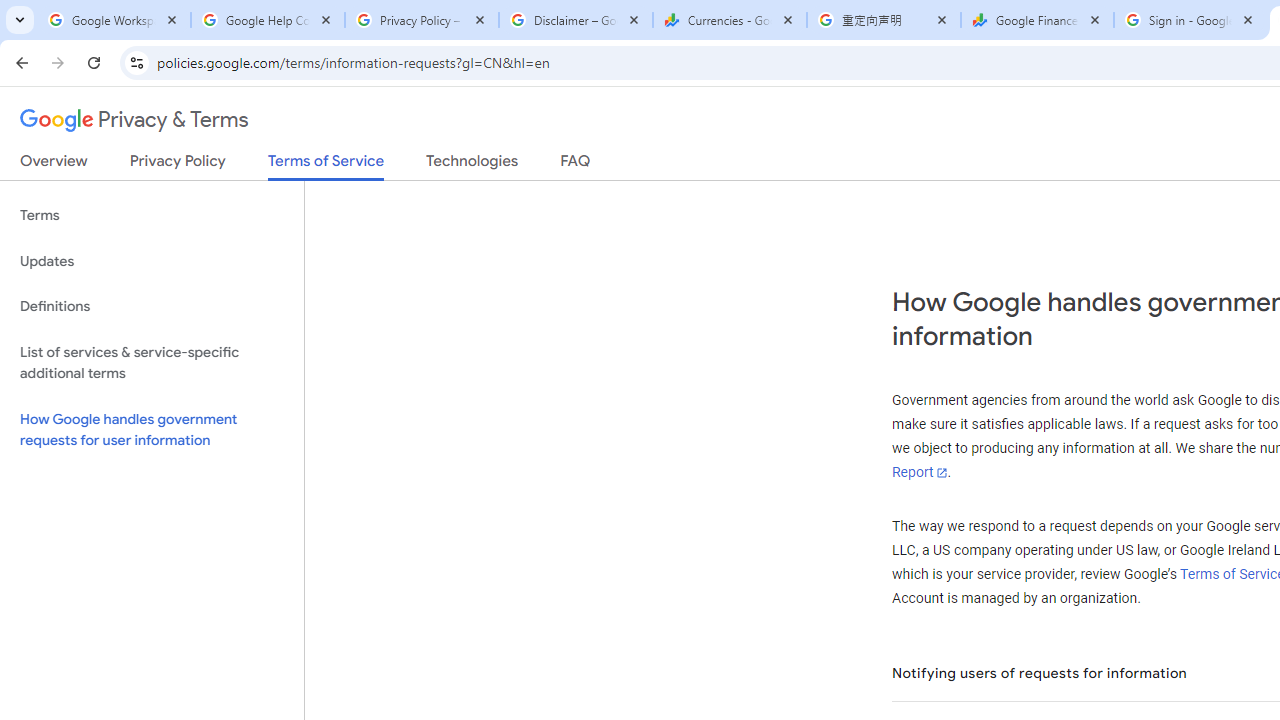 The width and height of the screenshot is (1280, 720). What do you see at coordinates (1190, 20) in the screenshot?
I see `'Sign in - Google Accounts'` at bounding box center [1190, 20].